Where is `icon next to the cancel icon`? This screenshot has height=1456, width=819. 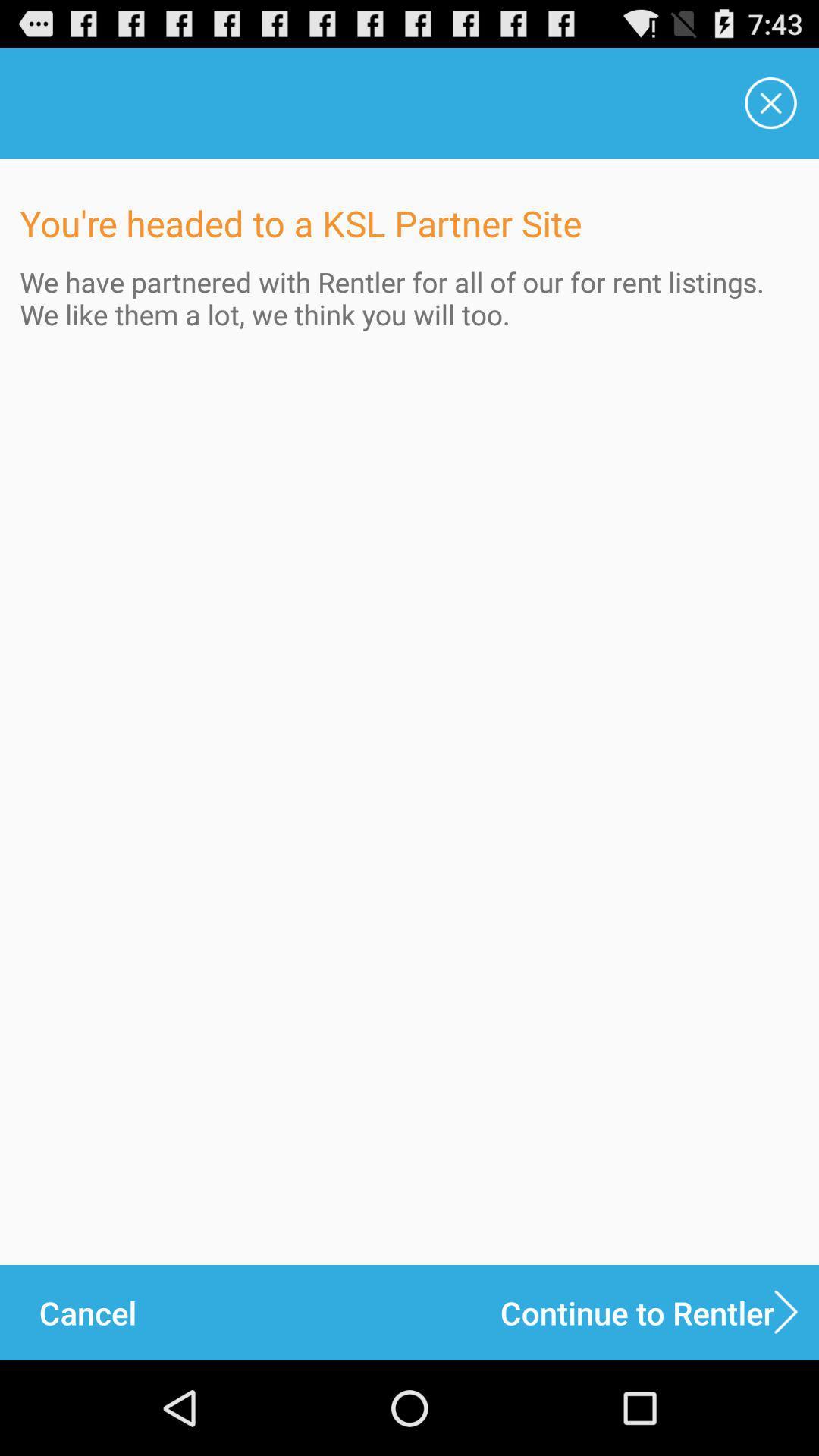 icon next to the cancel icon is located at coordinates (659, 1312).